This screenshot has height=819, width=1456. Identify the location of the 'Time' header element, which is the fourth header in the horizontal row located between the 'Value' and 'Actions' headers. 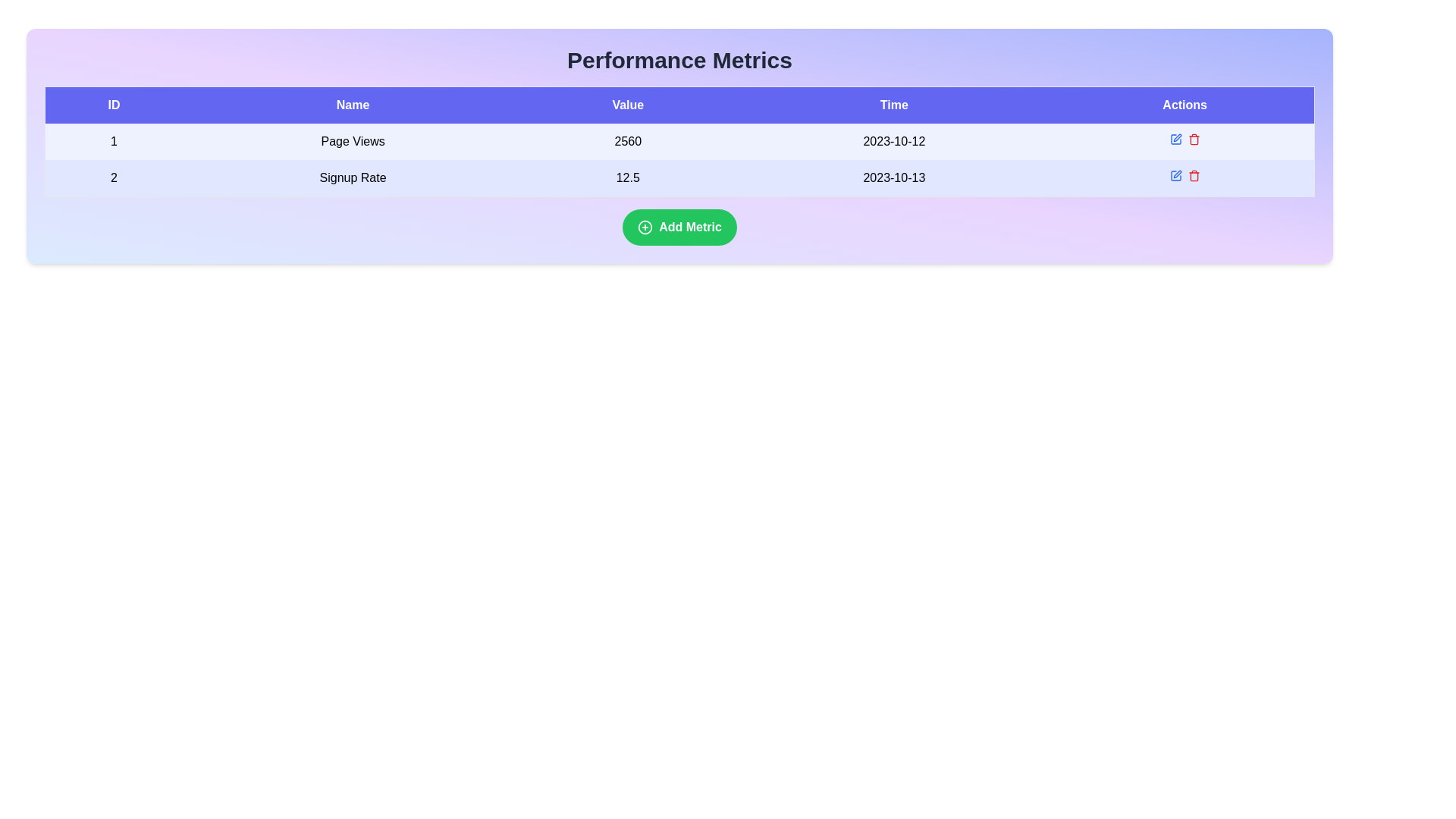
(894, 104).